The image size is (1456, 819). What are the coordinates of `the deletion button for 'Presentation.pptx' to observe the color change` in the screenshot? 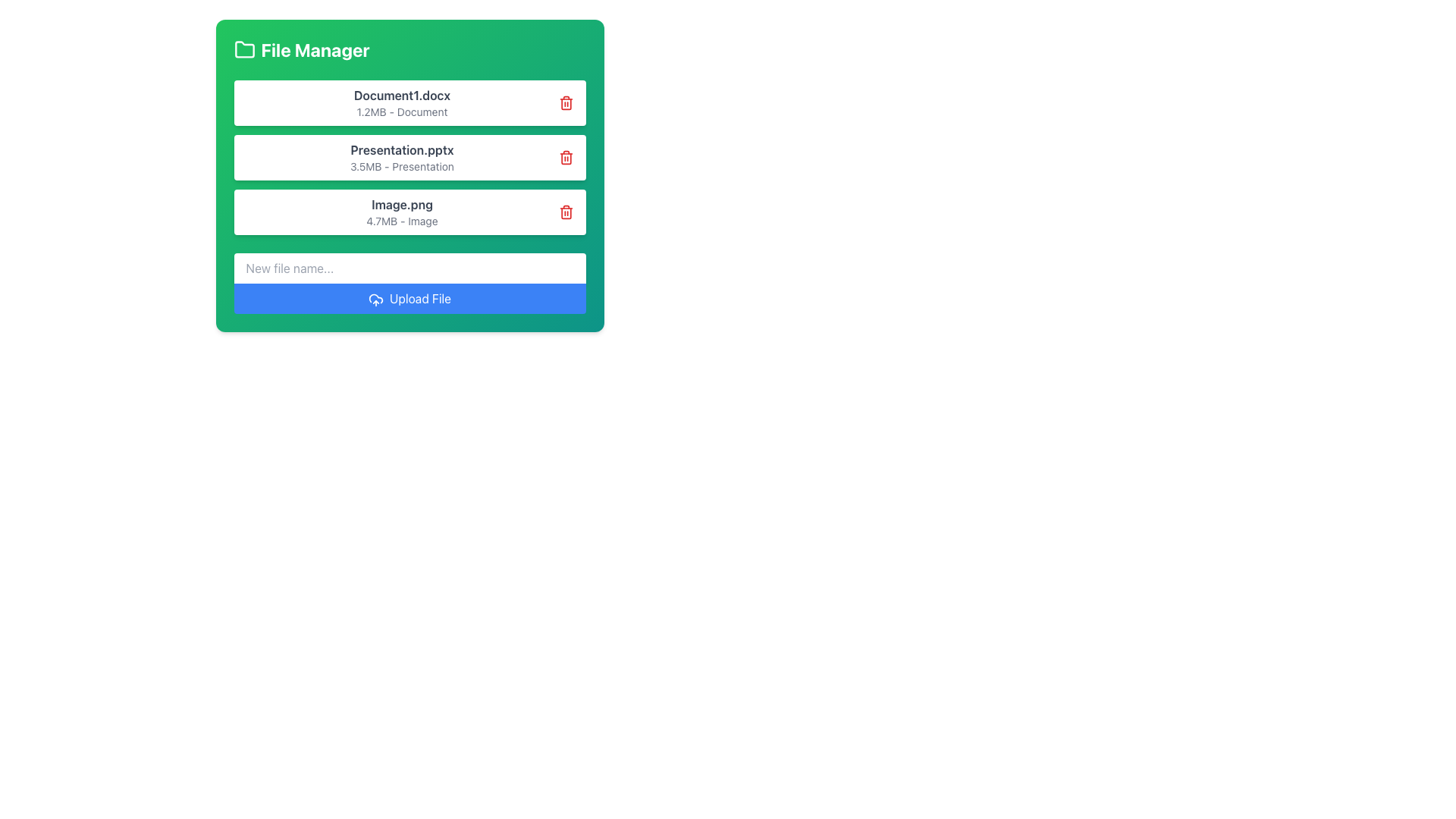 It's located at (565, 158).